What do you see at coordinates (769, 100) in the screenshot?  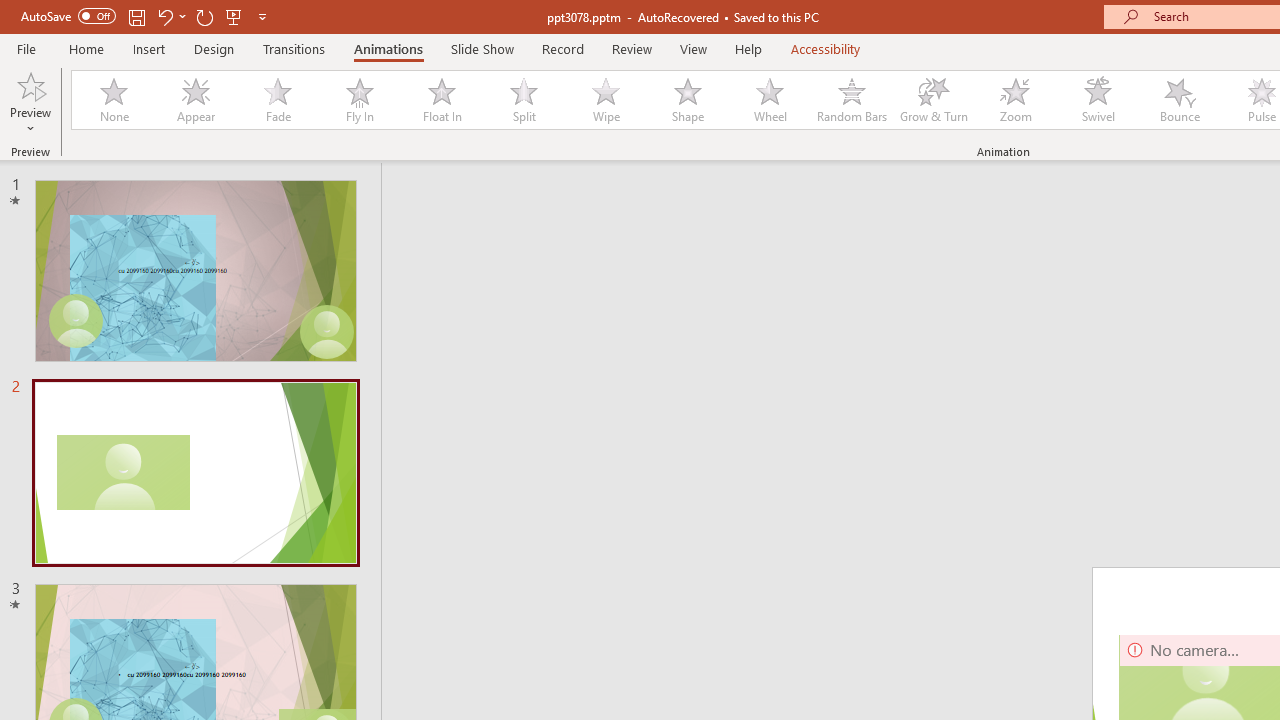 I see `'Wheel'` at bounding box center [769, 100].